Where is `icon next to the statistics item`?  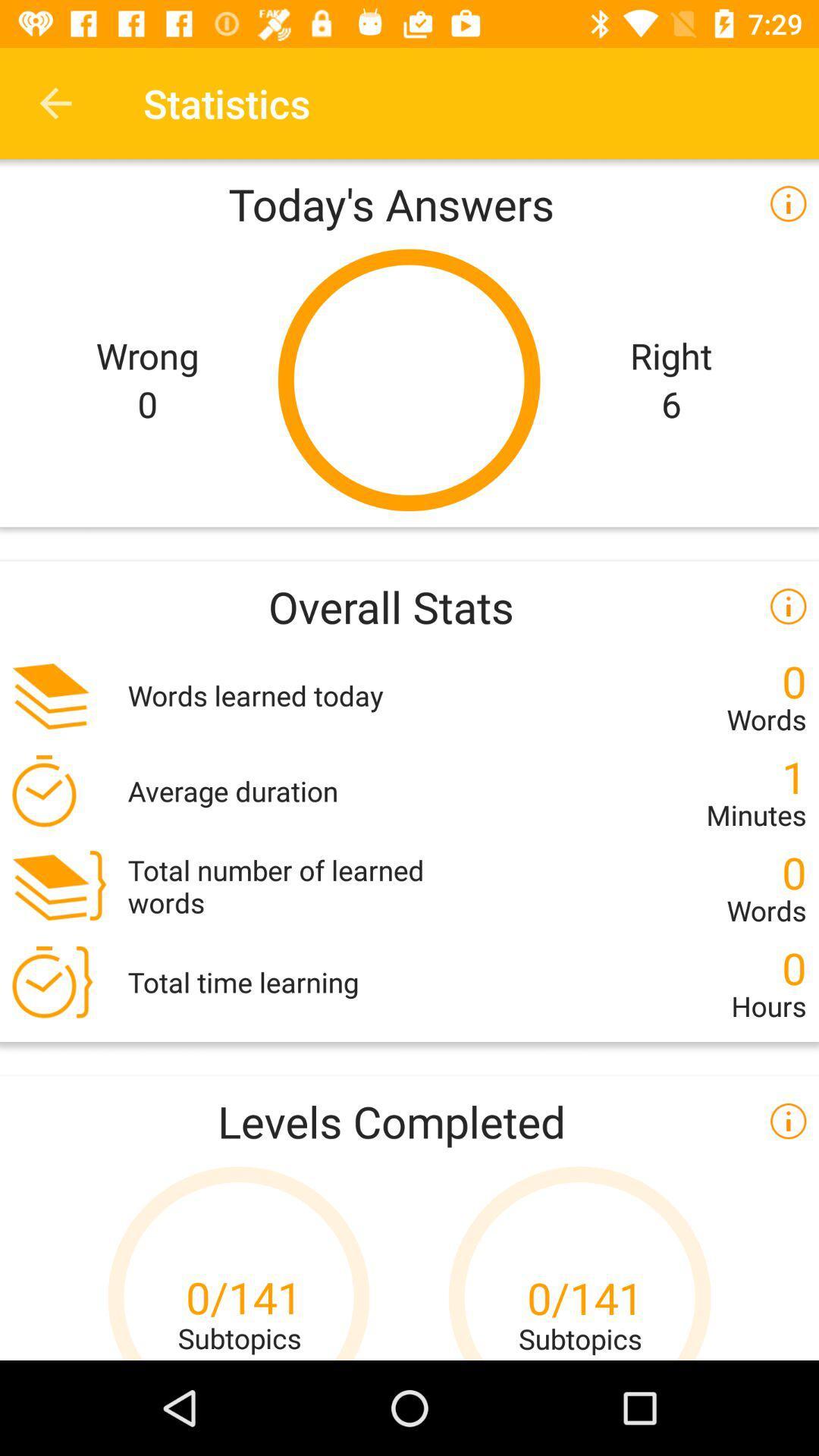 icon next to the statistics item is located at coordinates (55, 102).